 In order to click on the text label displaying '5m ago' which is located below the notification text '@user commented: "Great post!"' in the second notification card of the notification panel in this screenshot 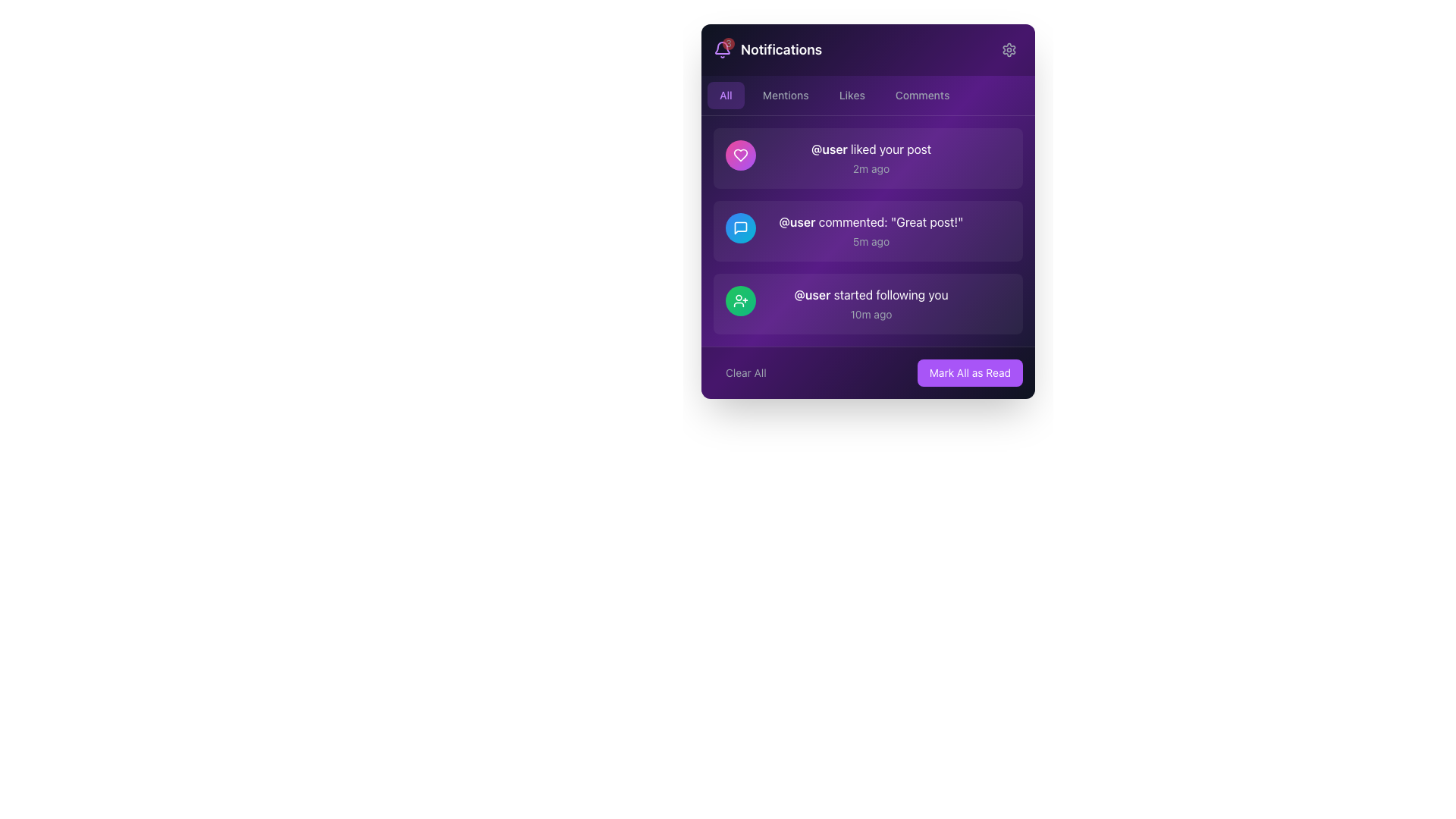, I will do `click(871, 241)`.